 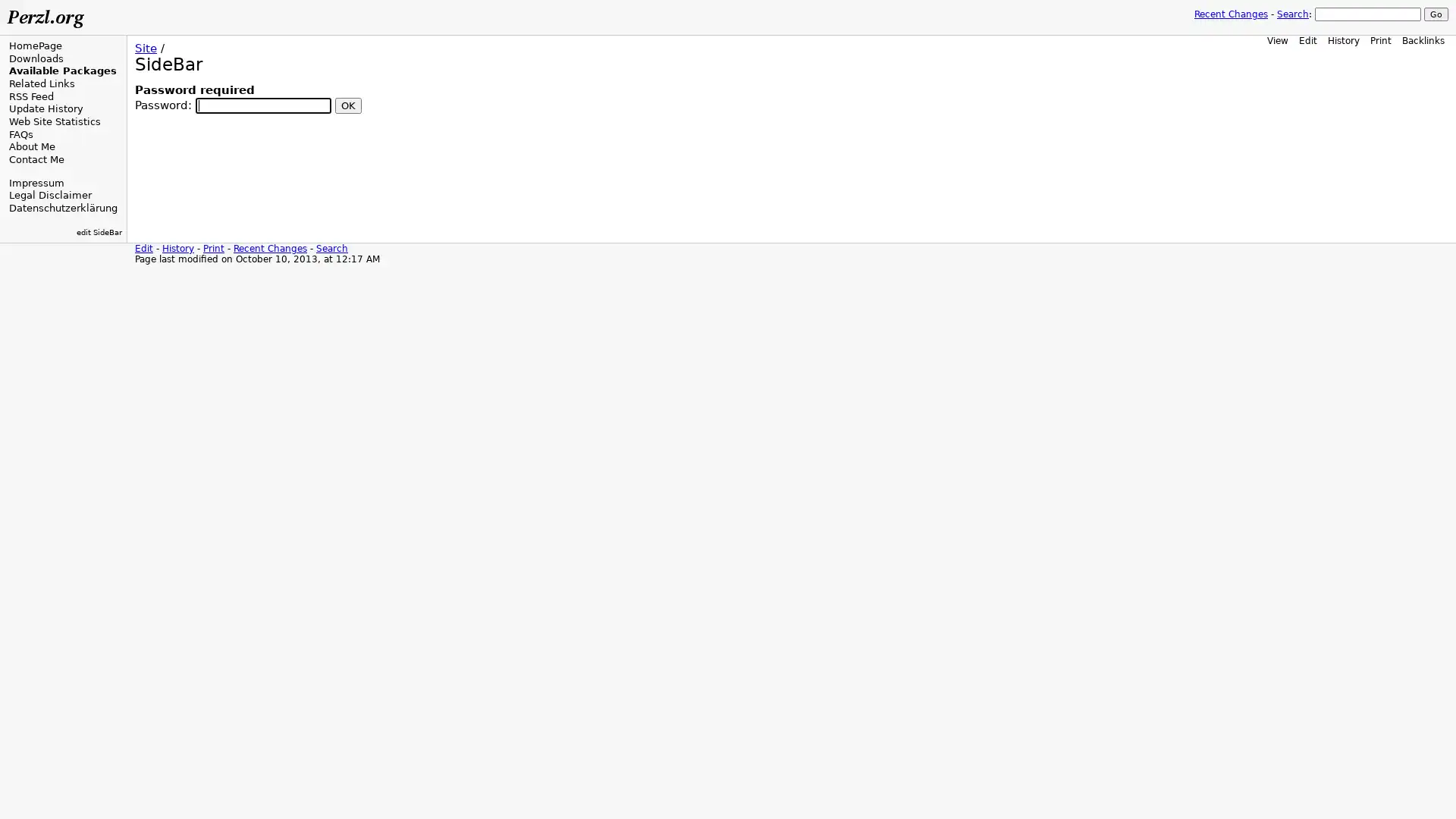 What do you see at coordinates (347, 104) in the screenshot?
I see `OK` at bounding box center [347, 104].